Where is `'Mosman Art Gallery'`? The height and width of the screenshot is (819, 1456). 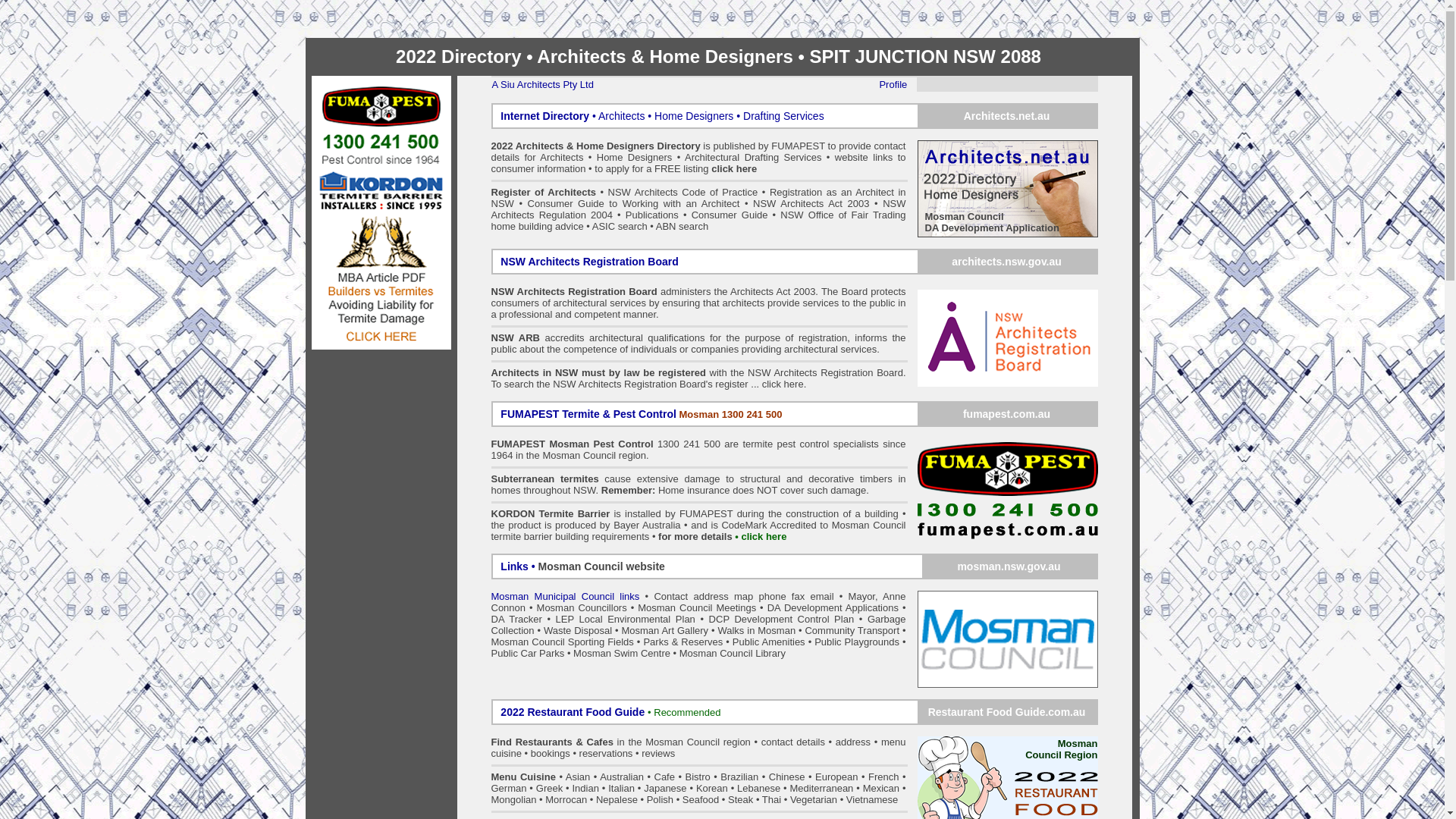 'Mosman Art Gallery' is located at coordinates (664, 630).